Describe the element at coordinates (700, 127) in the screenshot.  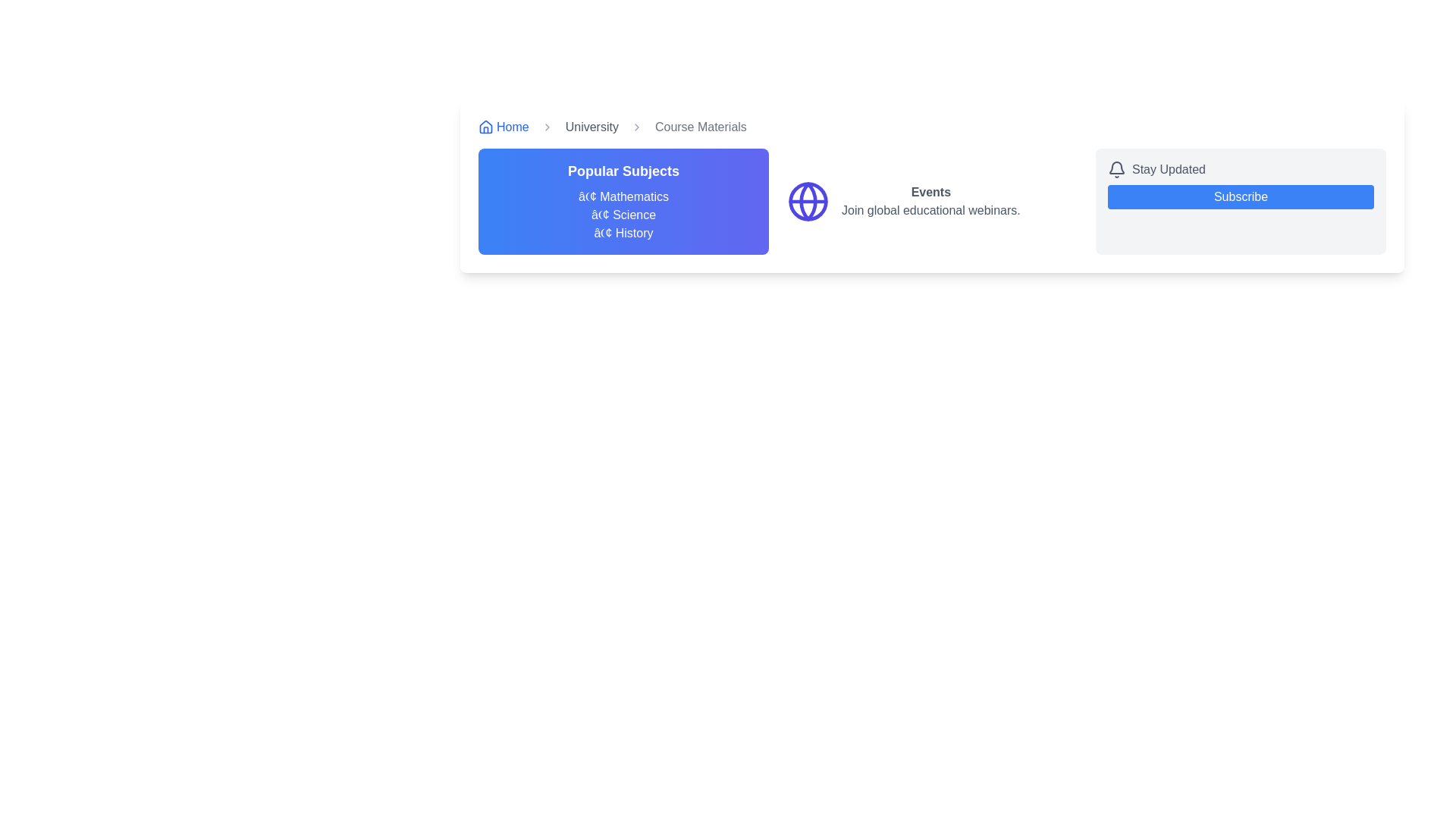
I see `the static text label that serves as the endpoint of the breadcrumb navigation, located to the right of 'Home' and 'University'` at that location.